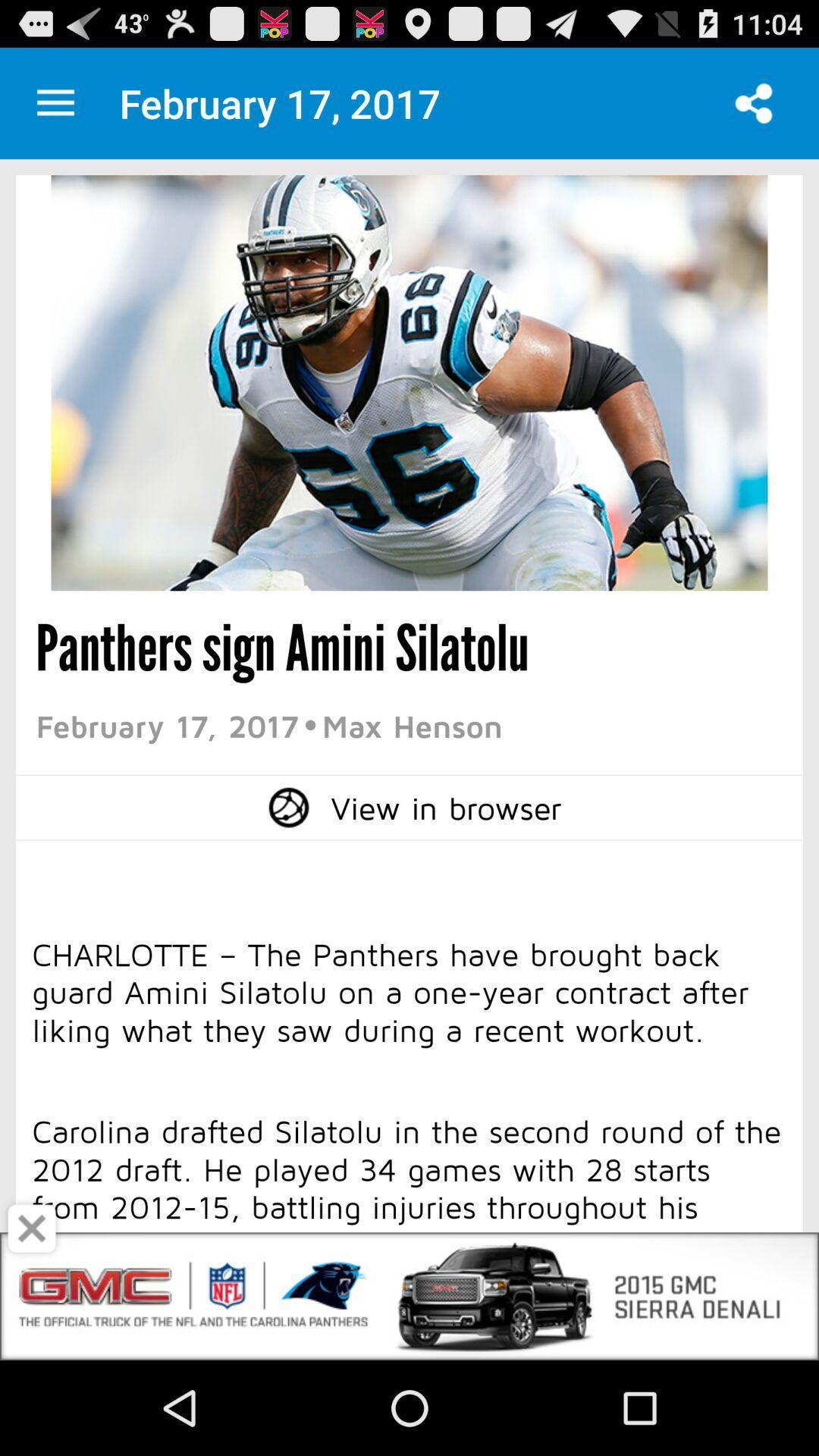 Image resolution: width=819 pixels, height=1456 pixels. Describe the element at coordinates (55, 102) in the screenshot. I see `bring up options` at that location.